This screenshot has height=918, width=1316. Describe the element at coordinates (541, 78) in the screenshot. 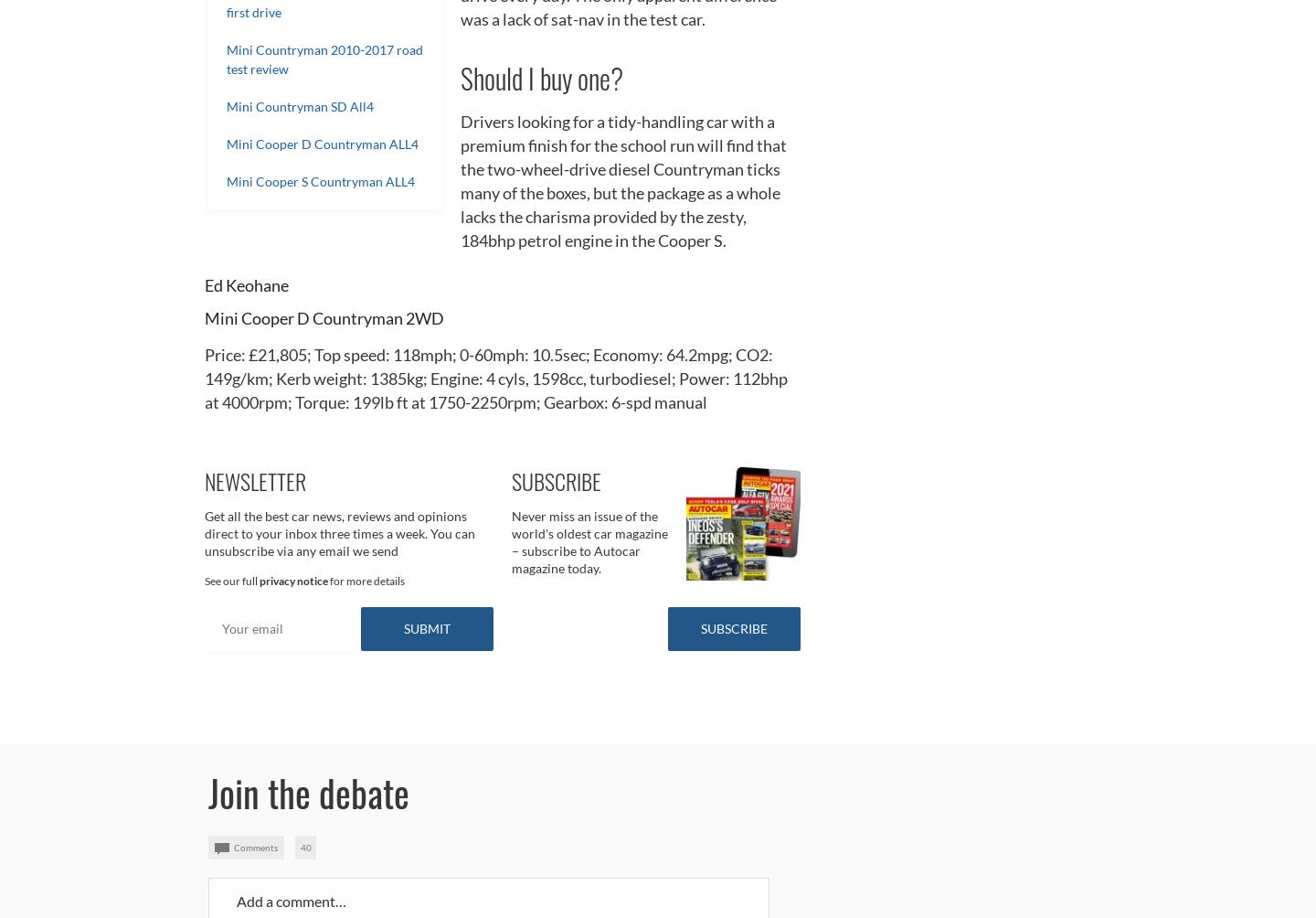

I see `'Should I buy one?'` at that location.